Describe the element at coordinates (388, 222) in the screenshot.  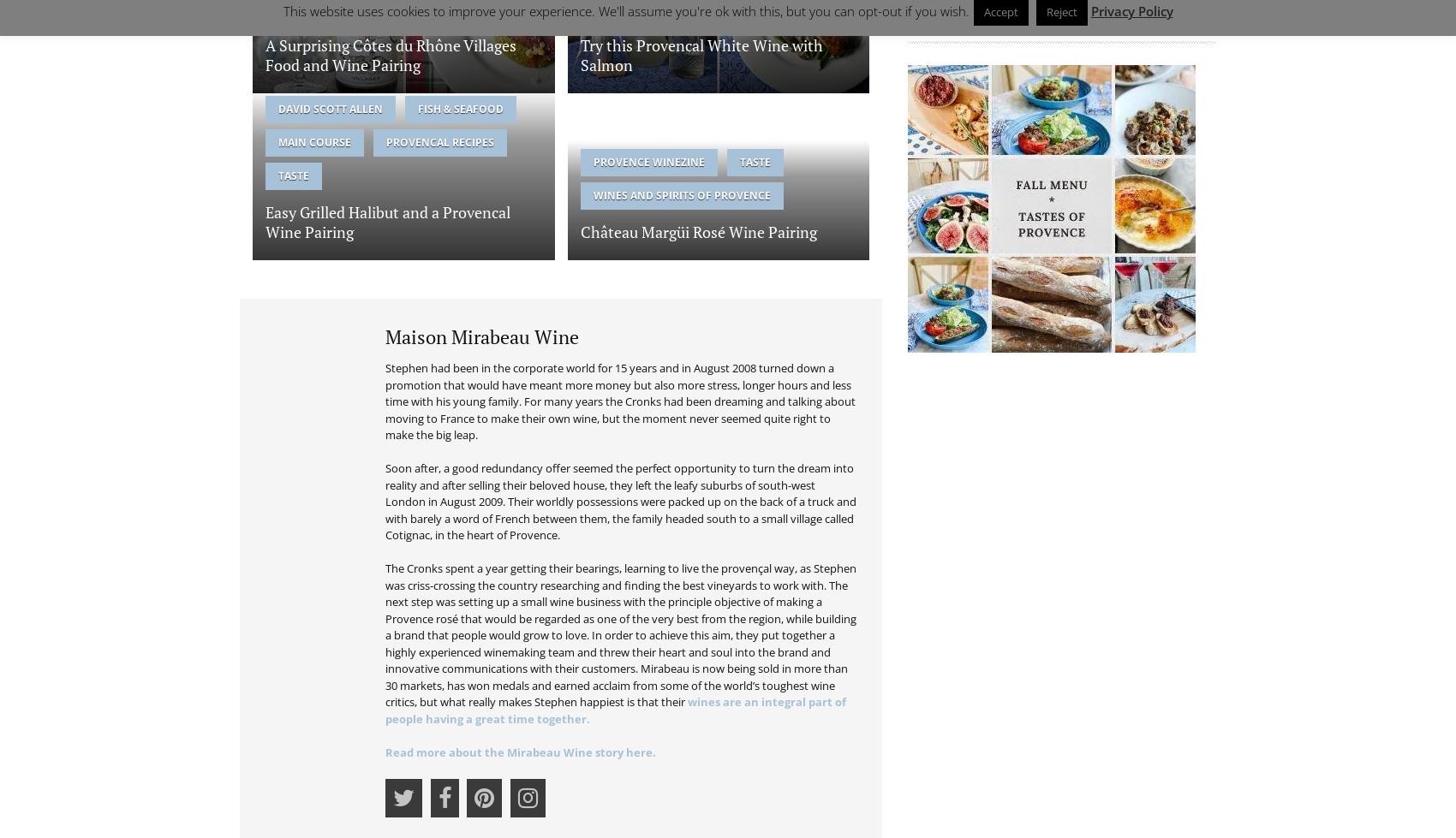
I see `'Easy Grilled Halibut and a Provencal Wine Pairing'` at that location.